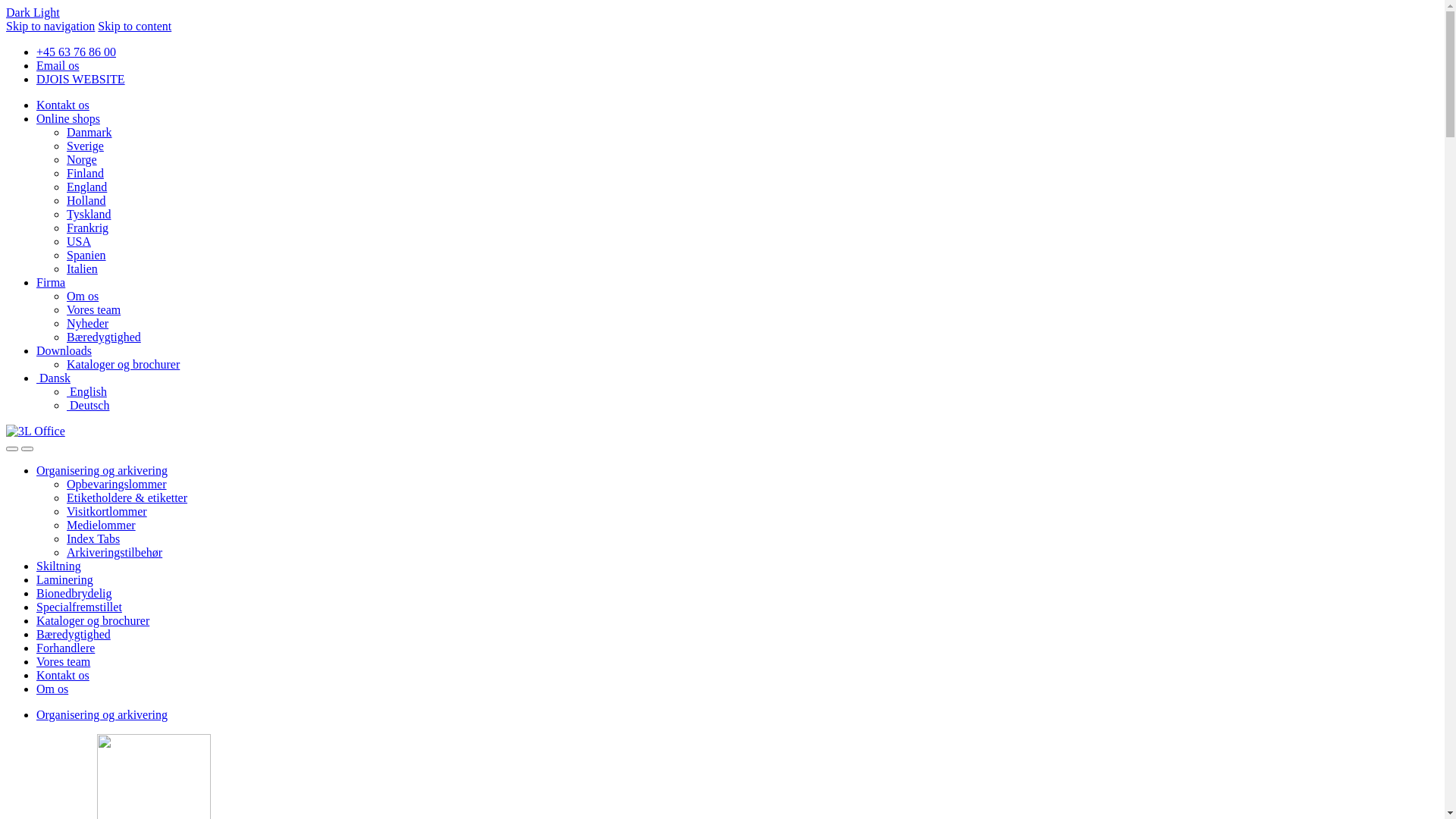 Image resolution: width=1456 pixels, height=819 pixels. What do you see at coordinates (58, 64) in the screenshot?
I see `'Email os'` at bounding box center [58, 64].